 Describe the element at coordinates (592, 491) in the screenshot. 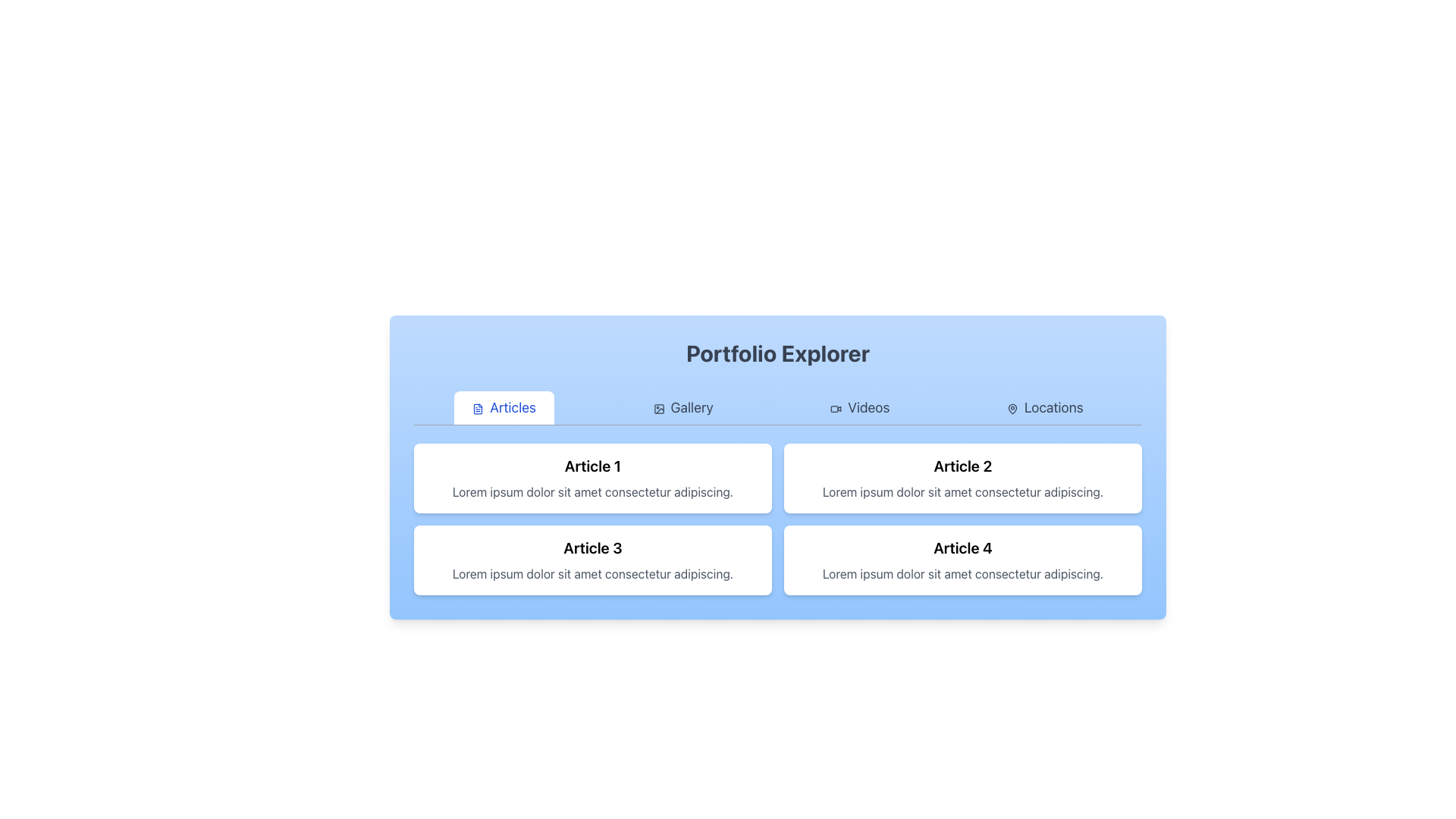

I see `the static text element providing additional information related to 'Article 1', located directly below the headline in the first card of the grid layout in the 'Articles' section of the 'Portfolio Explorer' interface` at that location.